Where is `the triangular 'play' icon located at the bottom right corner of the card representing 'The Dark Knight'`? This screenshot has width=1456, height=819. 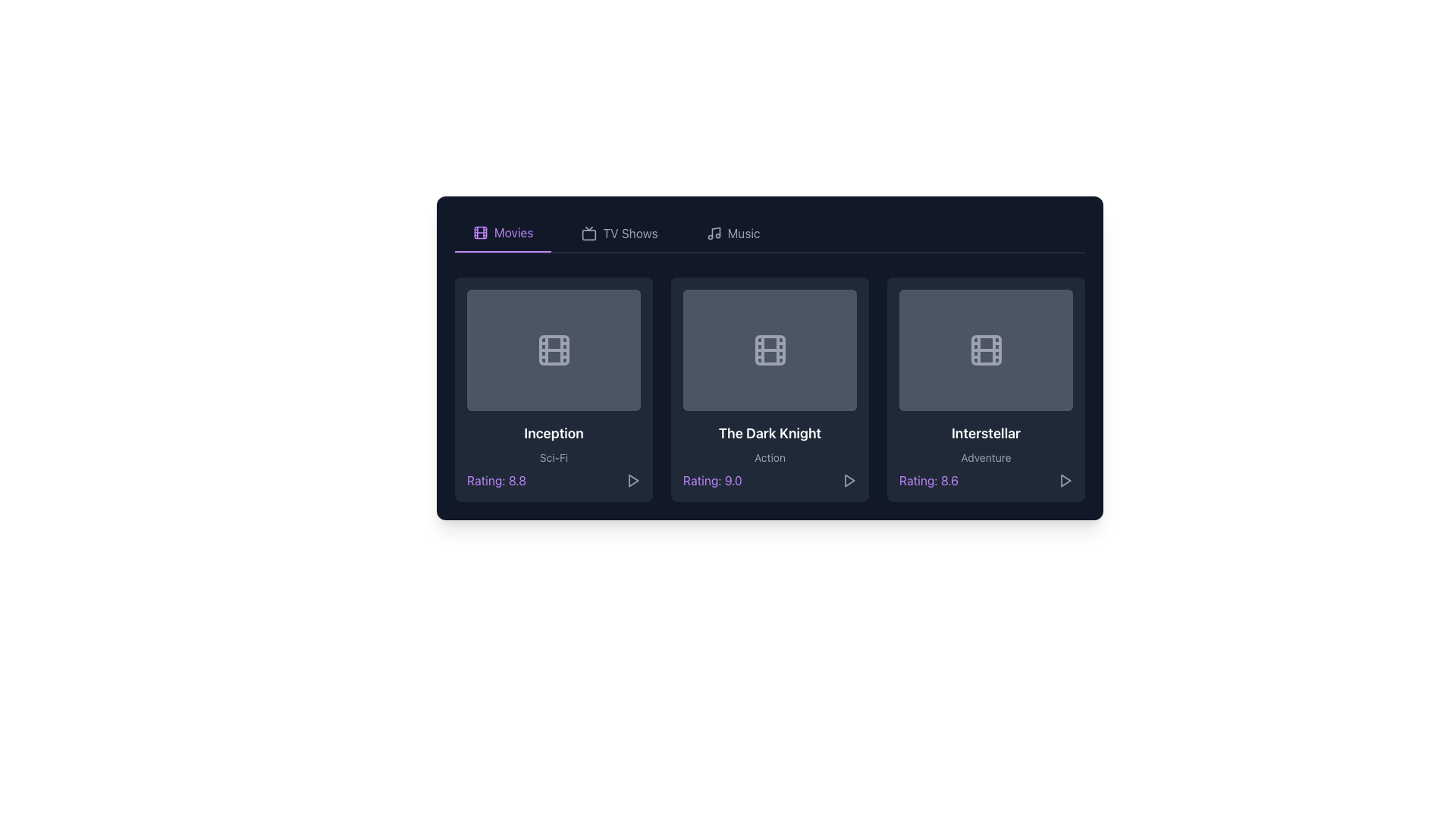
the triangular 'play' icon located at the bottom right corner of the card representing 'The Dark Knight' is located at coordinates (849, 480).